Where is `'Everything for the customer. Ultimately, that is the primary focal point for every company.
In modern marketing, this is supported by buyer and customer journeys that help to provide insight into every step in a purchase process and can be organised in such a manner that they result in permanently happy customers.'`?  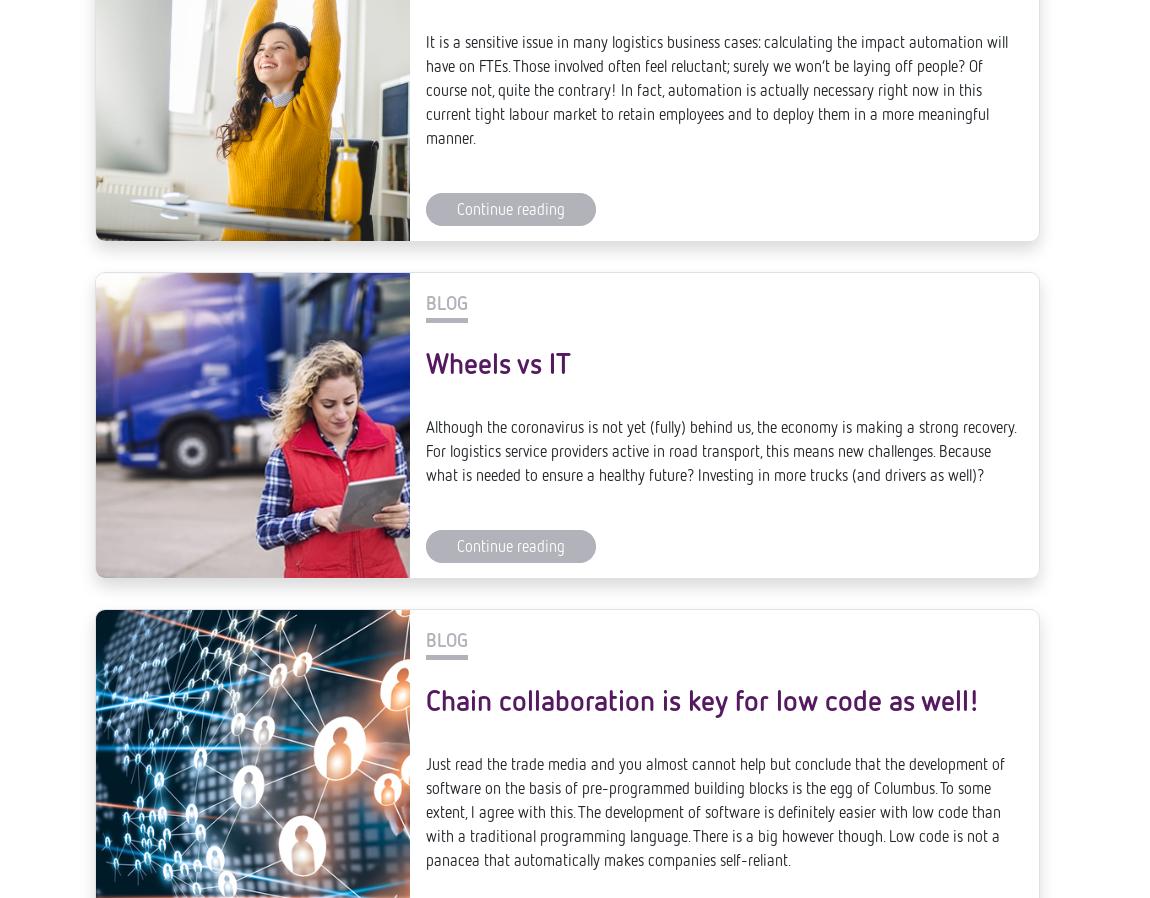 'Everything for the customer. Ultimately, that is the primary focal point for every company.
In modern marketing, this is supported by buyer and customer journeys that help to provide insight into every step in a purchase process and can be organised in such a manner that they result in permanently happy customers.' is located at coordinates (720, 506).